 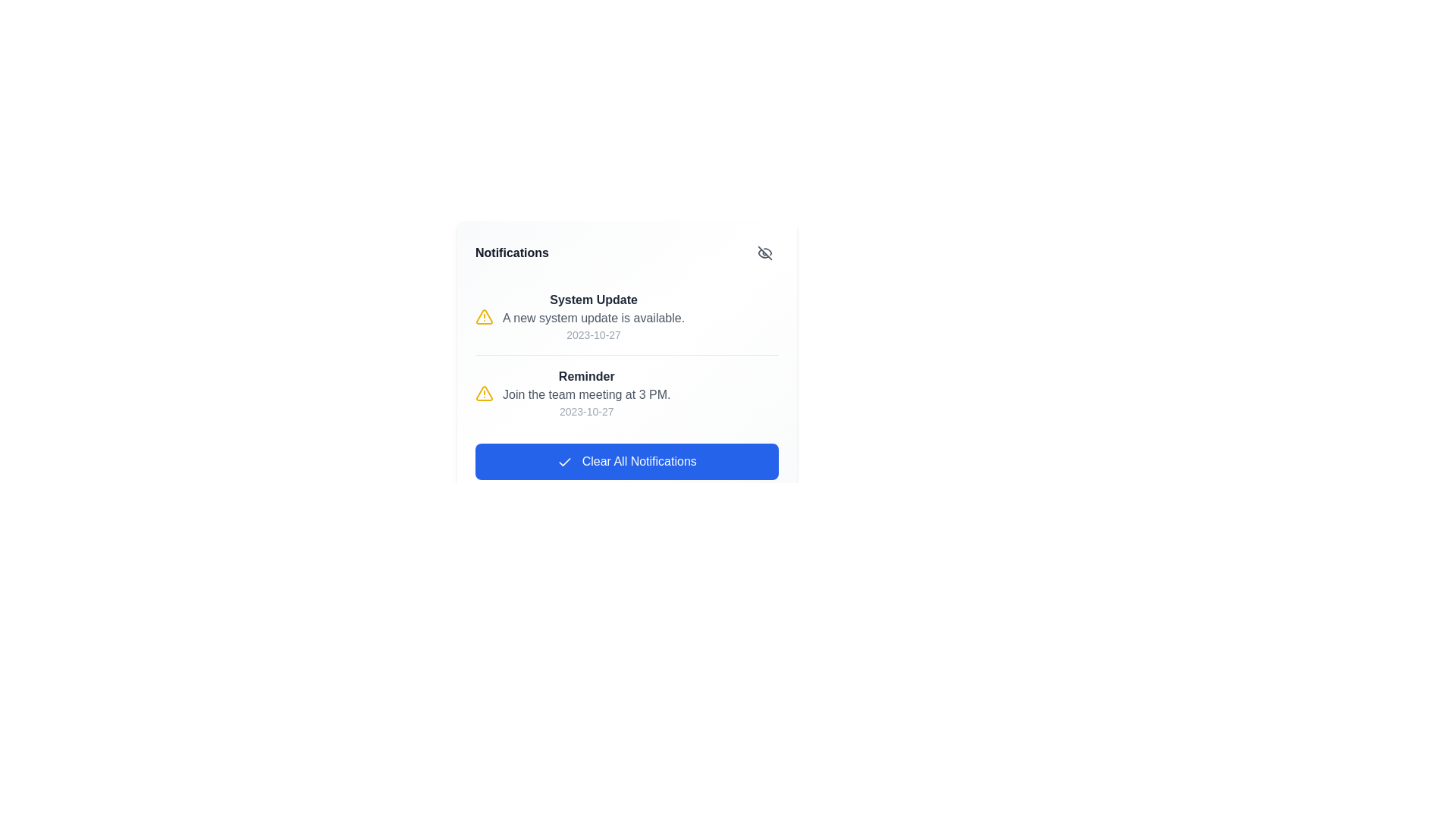 I want to click on the Notification item titled 'System Update' which displays an alert message about a new system update available, so click(x=626, y=315).